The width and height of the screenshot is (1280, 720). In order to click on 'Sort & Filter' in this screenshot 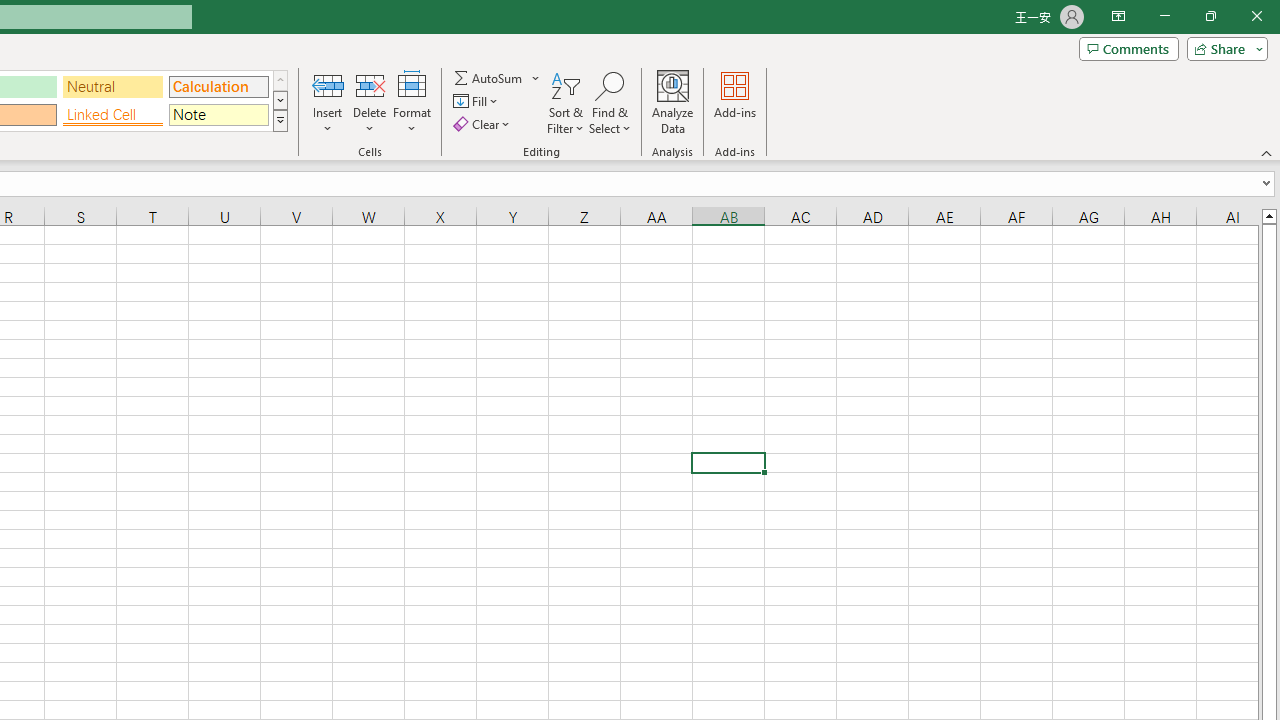, I will do `click(565, 103)`.